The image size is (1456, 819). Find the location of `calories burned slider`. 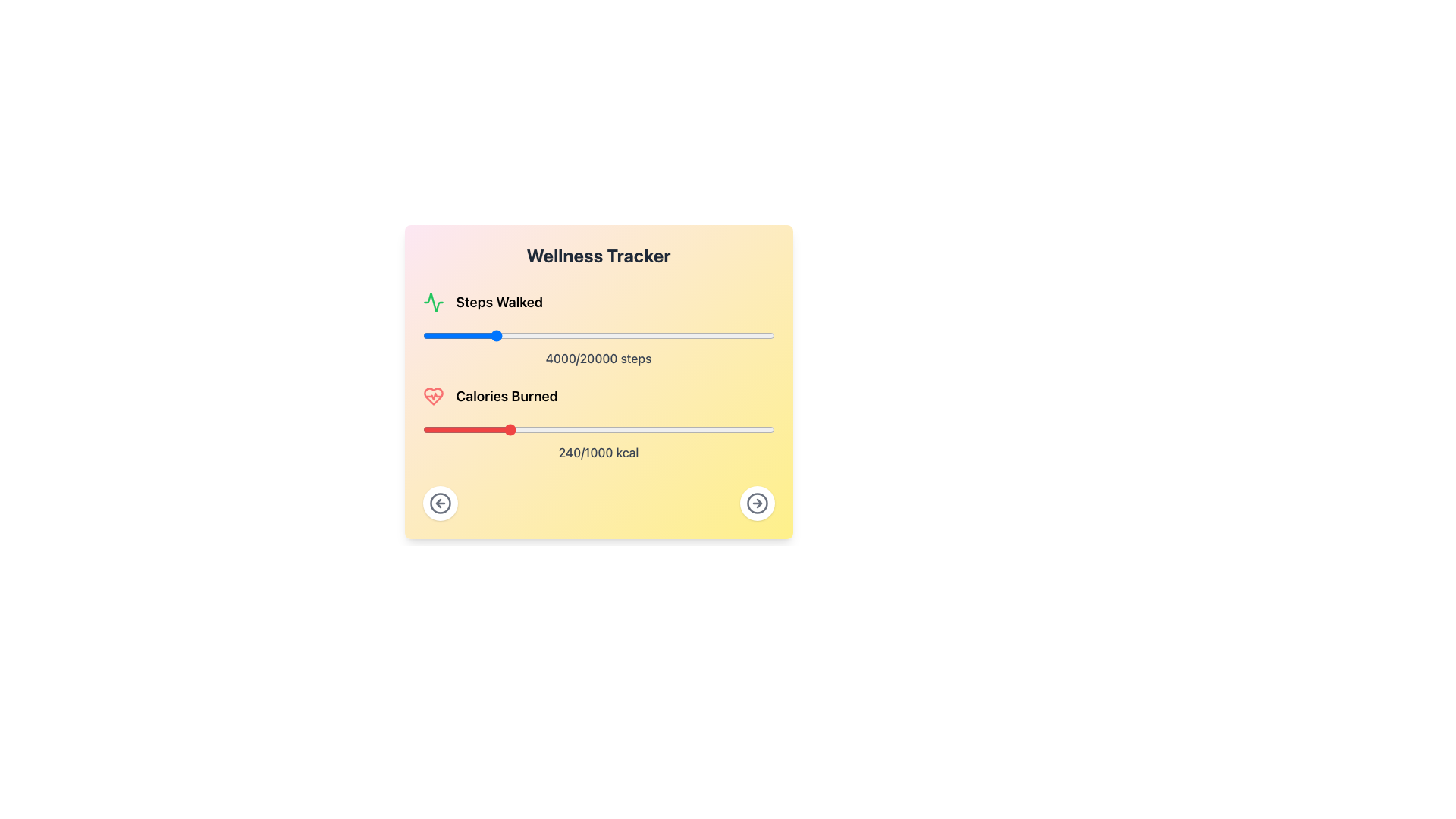

calories burned slider is located at coordinates (536, 430).